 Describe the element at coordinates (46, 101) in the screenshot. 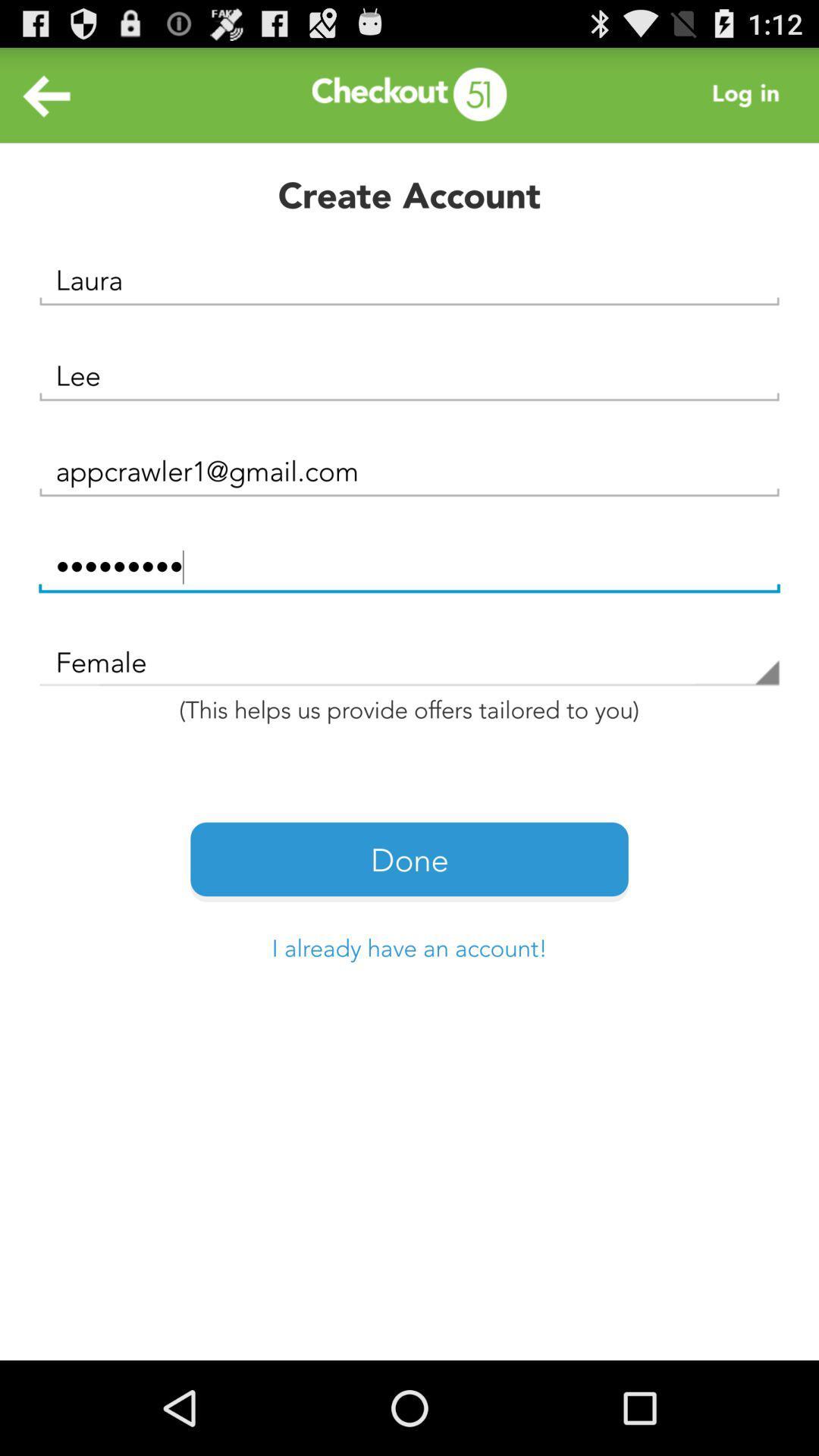

I see `the arrow_backward icon` at that location.